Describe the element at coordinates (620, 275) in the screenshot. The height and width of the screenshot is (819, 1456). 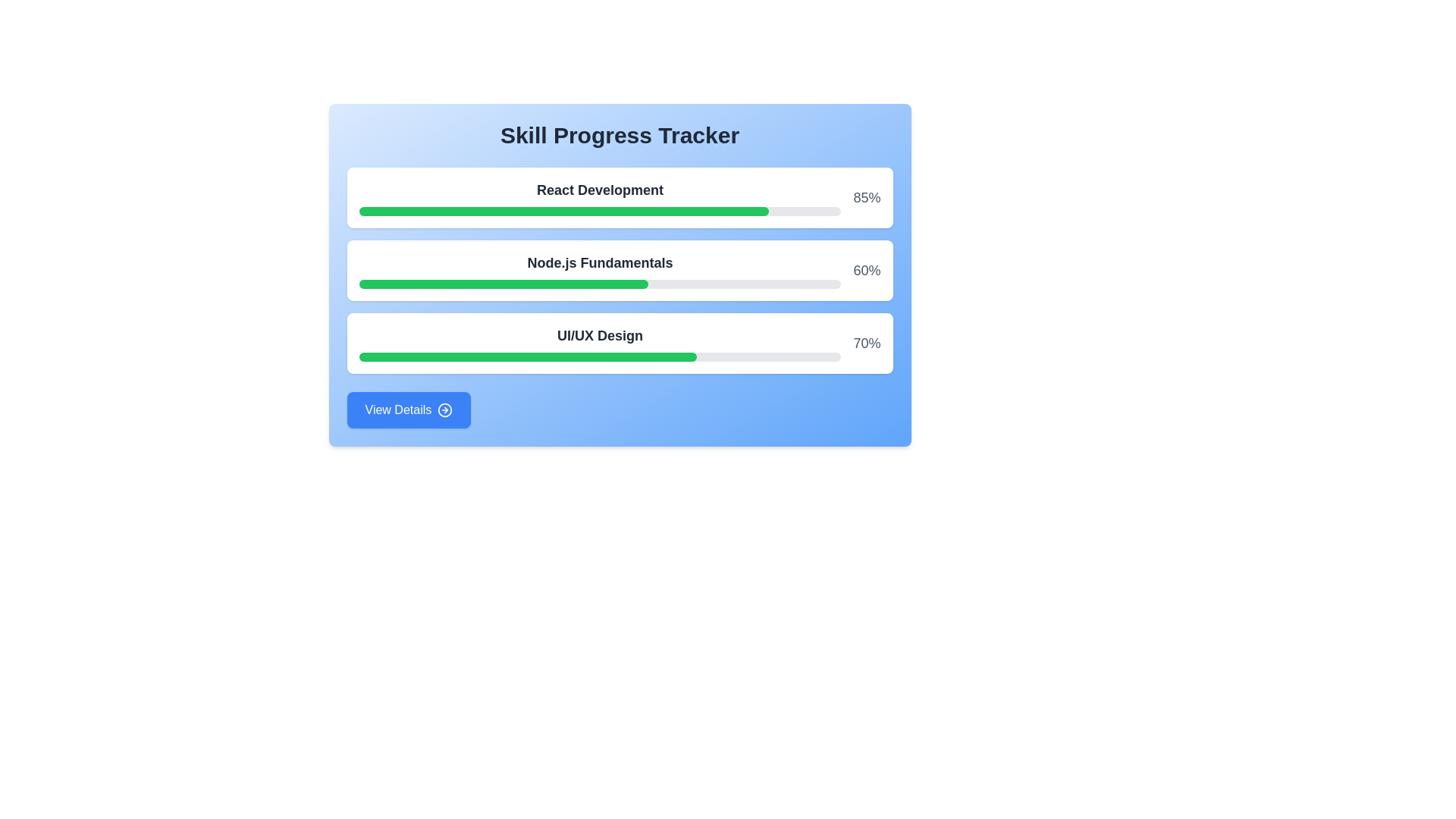
I see `skill progress level from the progress bar labeled 'Node.js Fundamentals', which is 60% filled with a green indicator` at that location.